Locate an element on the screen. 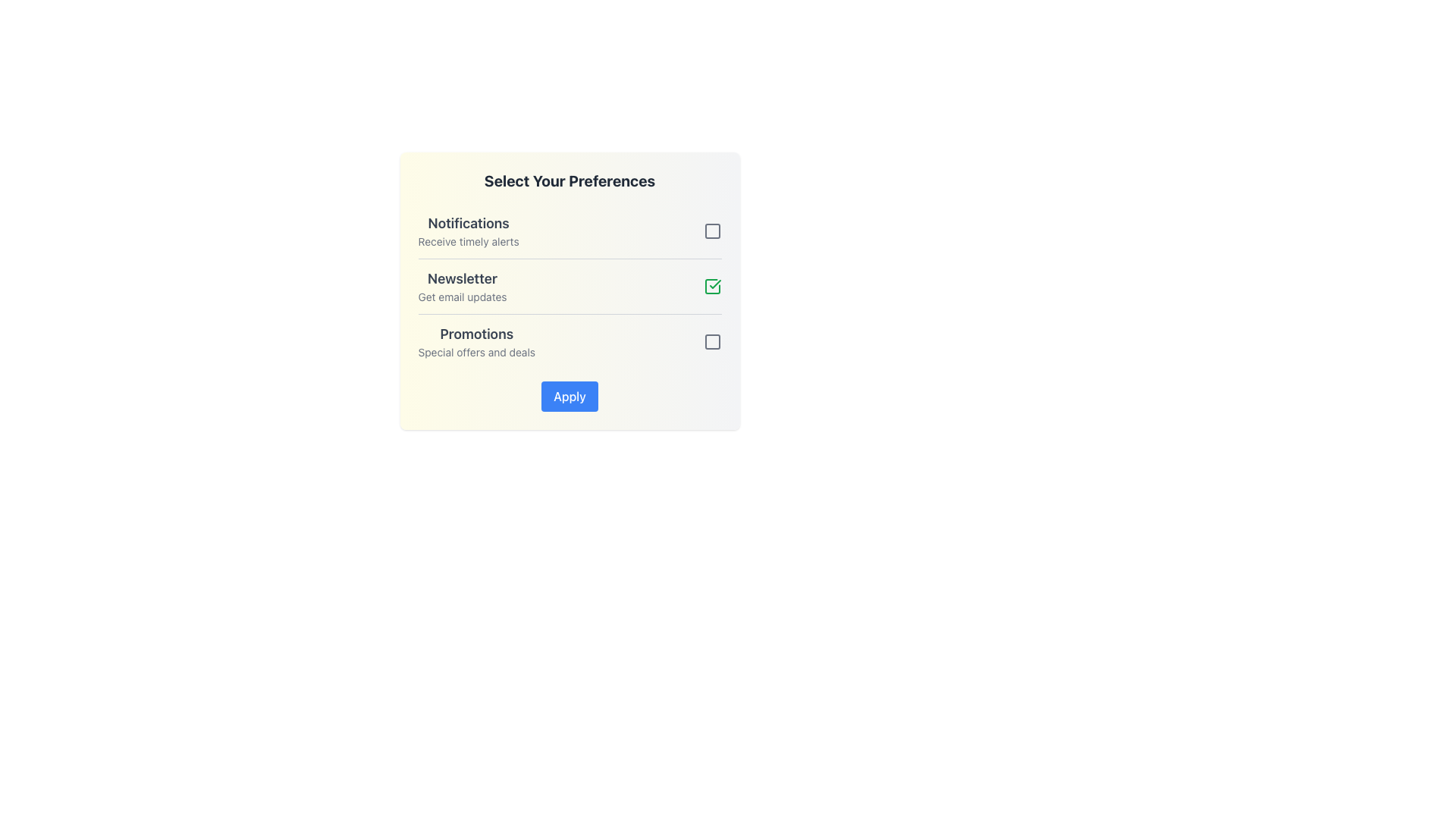  attributes of the checkbox outline for the 'Newsletter' option, which is represented as a vector graphic and is located in the center-right of the option line is located at coordinates (711, 287).